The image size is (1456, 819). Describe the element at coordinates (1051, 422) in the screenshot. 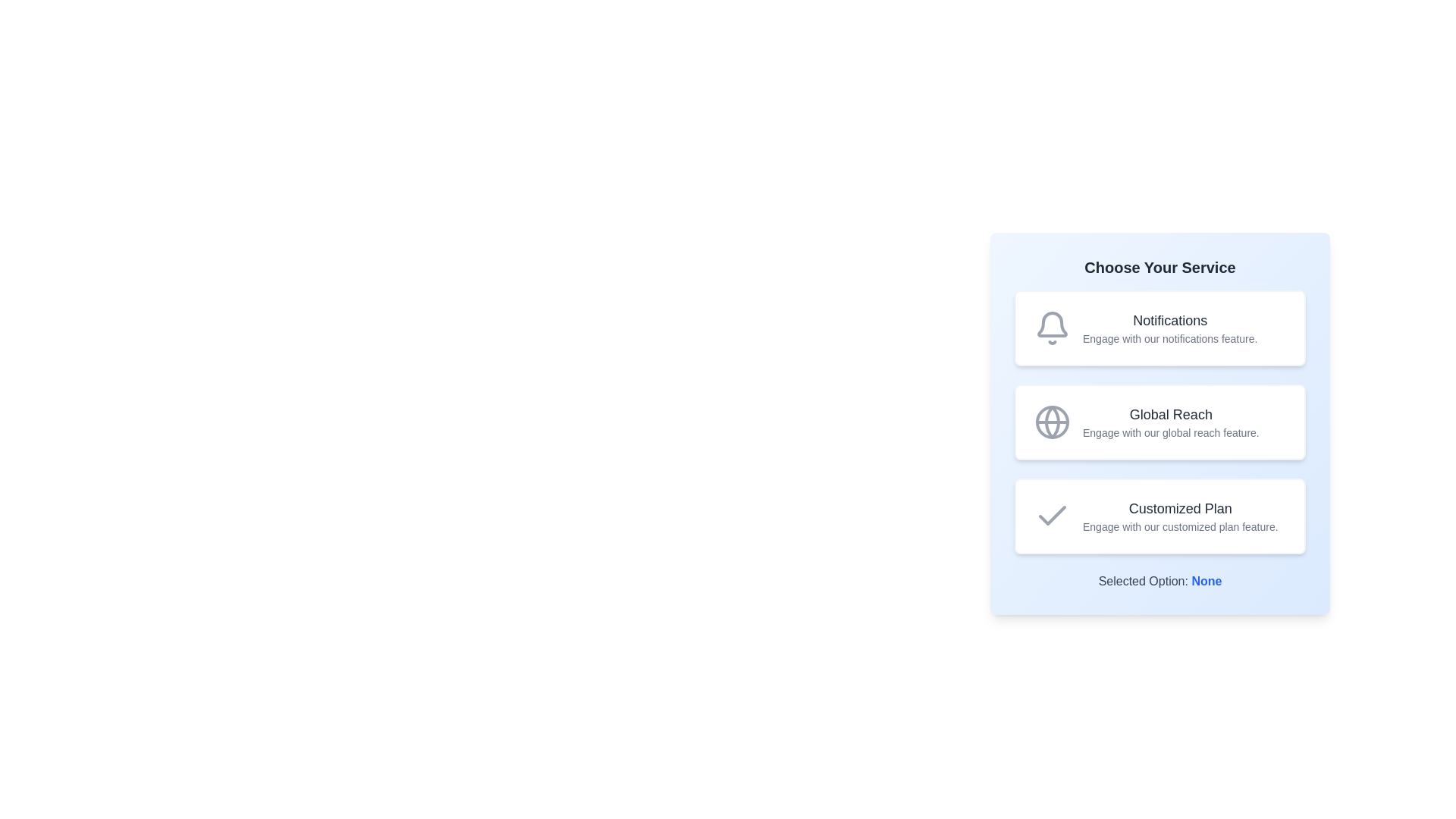

I see `the small circular graphic element within the globe icon, located at the center of the globe icon in the 'Global Reach' option of the service selection card` at that location.